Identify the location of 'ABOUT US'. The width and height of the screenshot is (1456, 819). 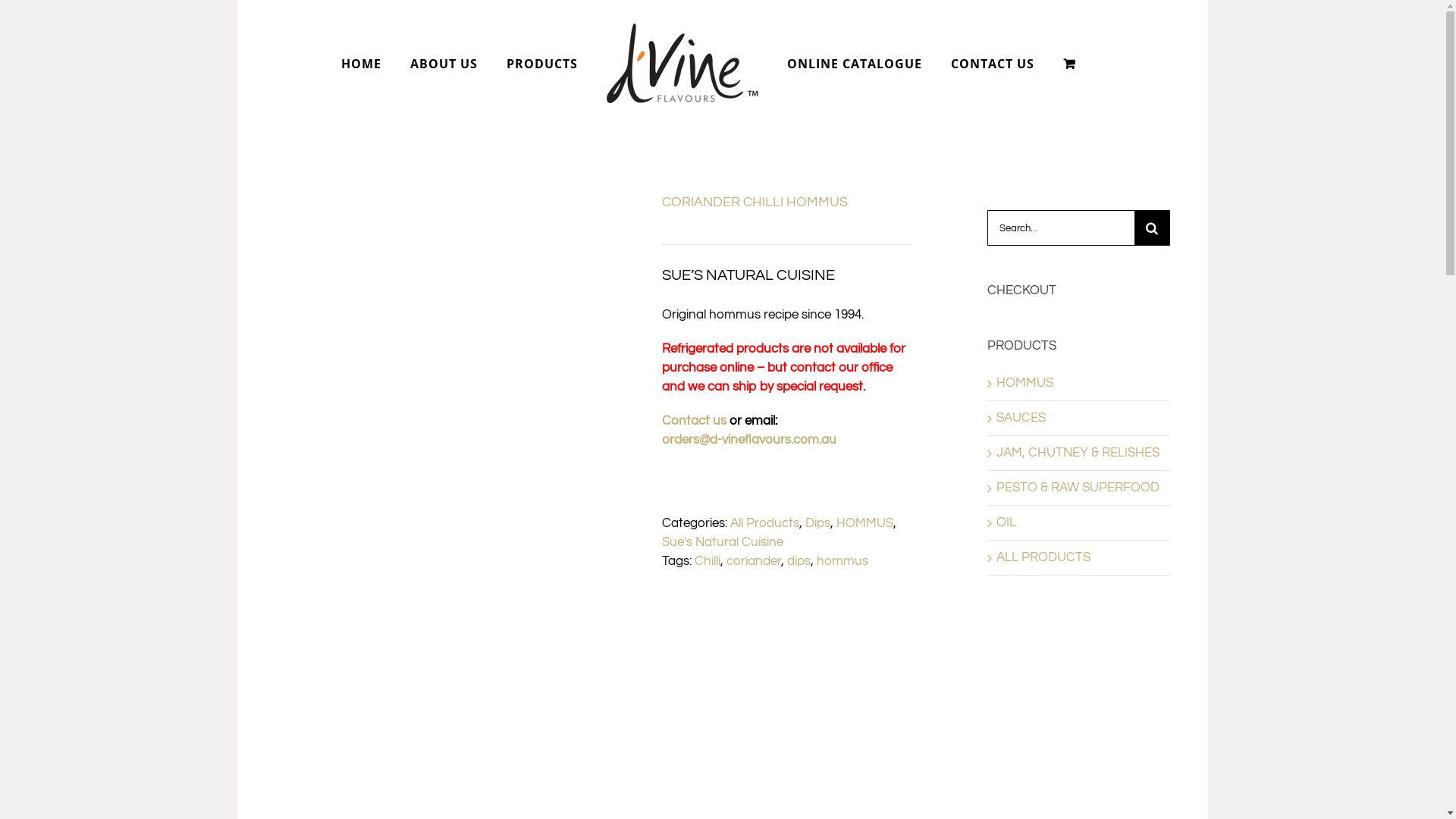
(442, 63).